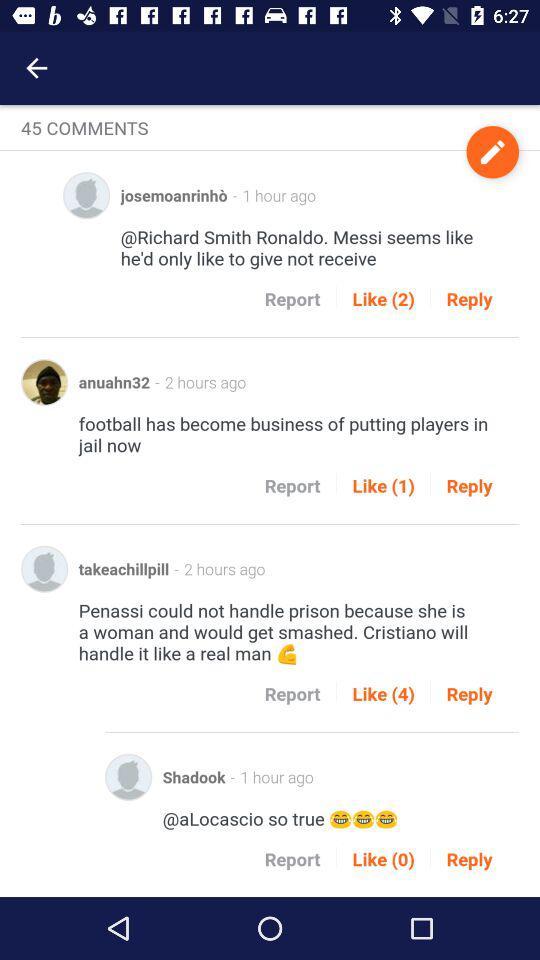  Describe the element at coordinates (491, 151) in the screenshot. I see `write a comment` at that location.